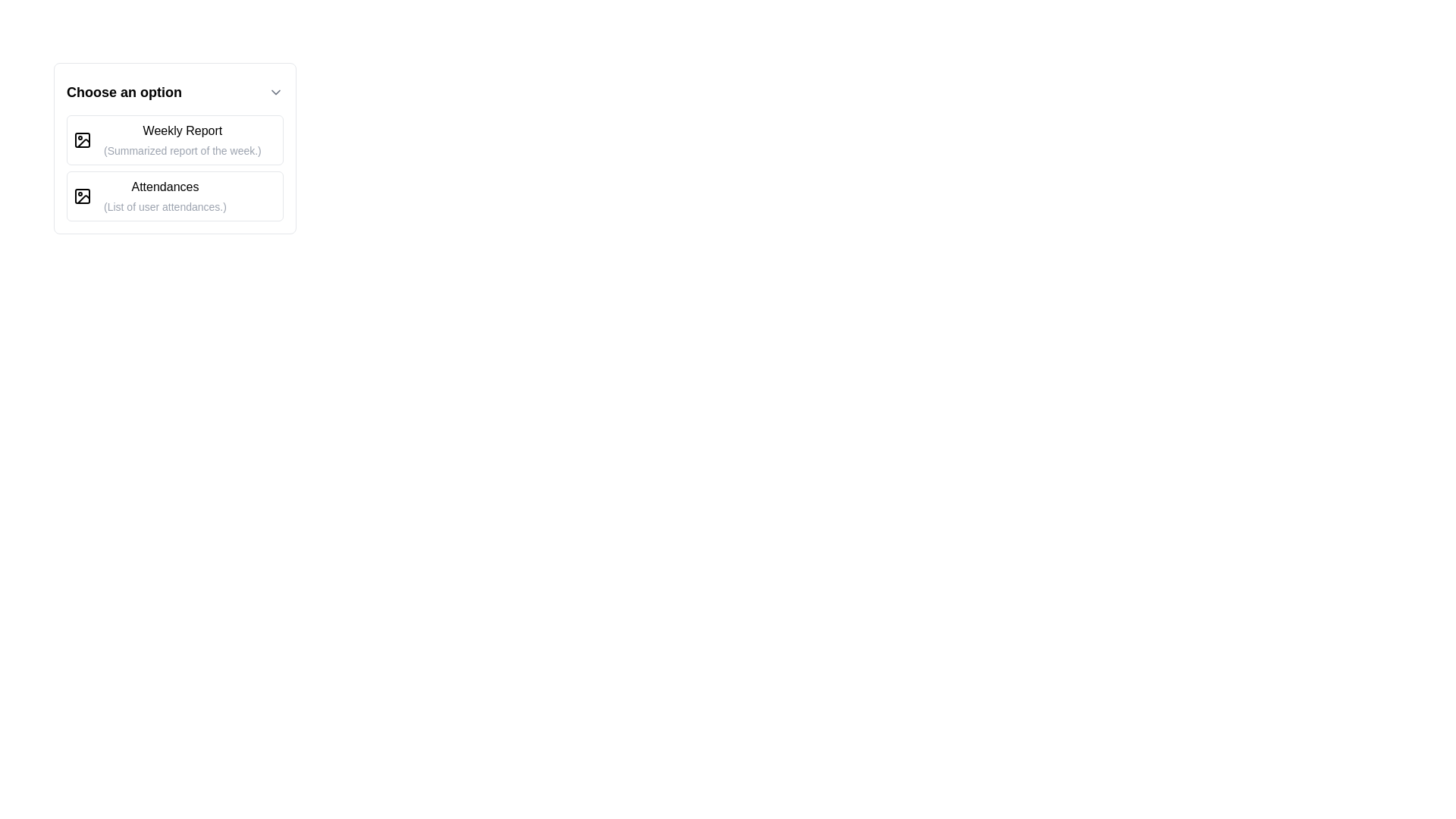  I want to click on 'Weekly Report' text label which consists of two lines: the first line is 'Weekly Report' in bold, large font, and the second line is '(Summarized report of the week.)' in smaller, lighter font, centrally aligned in the left-center of the page, so click(182, 140).